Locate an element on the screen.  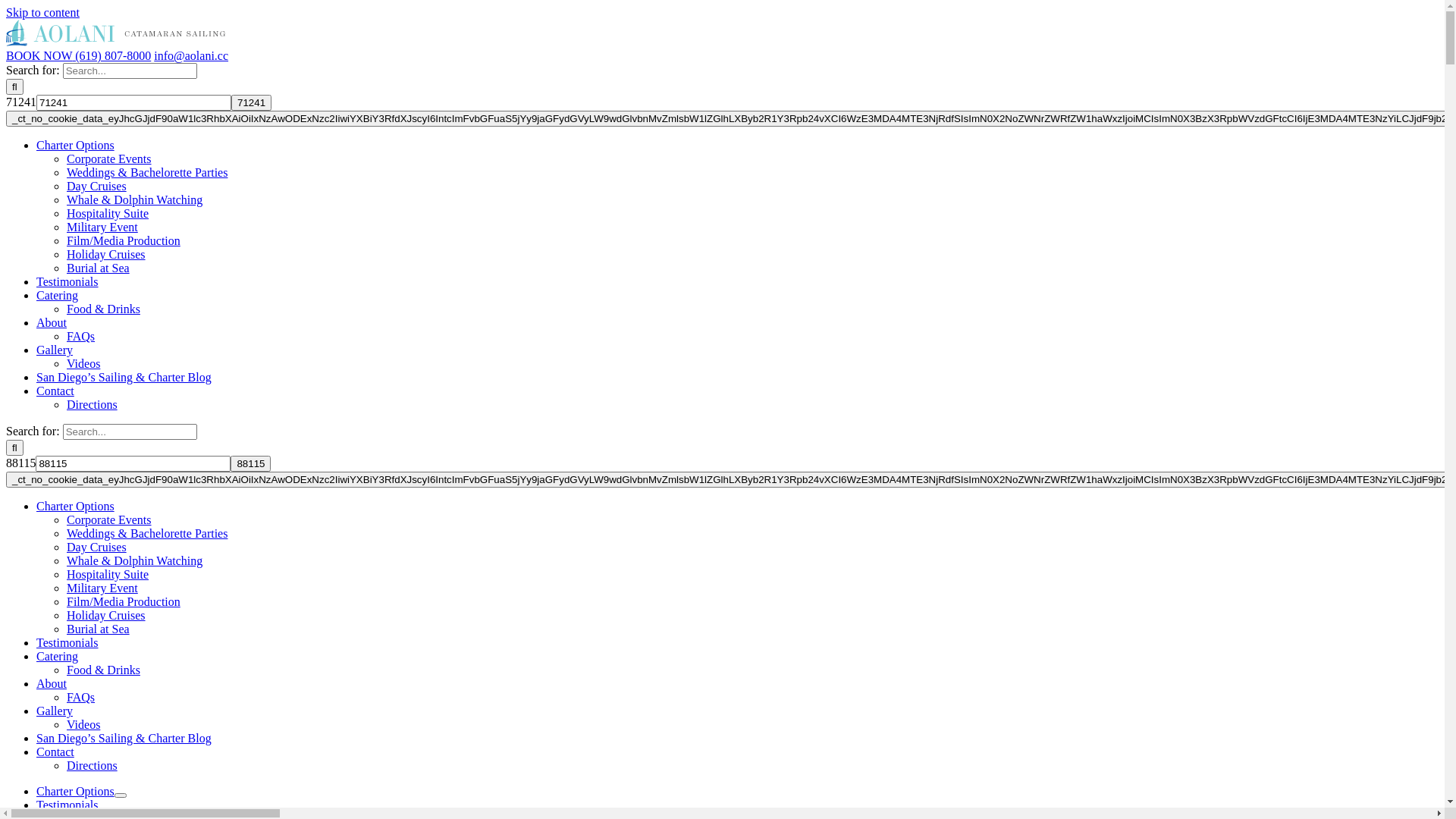
'BOOK NOW' is located at coordinates (39, 55).